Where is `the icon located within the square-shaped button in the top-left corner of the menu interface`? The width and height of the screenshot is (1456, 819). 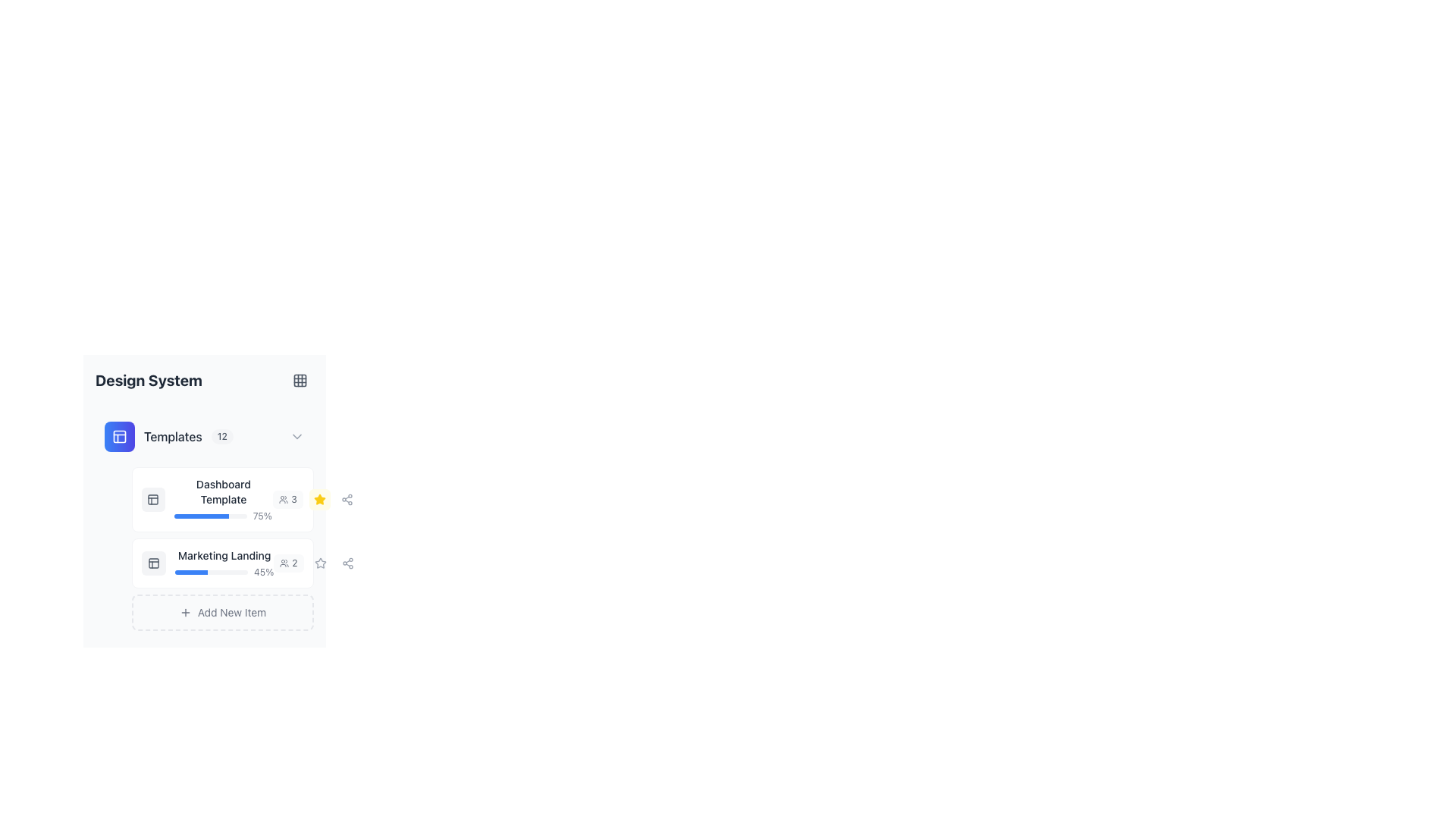
the icon located within the square-shaped button in the top-left corner of the menu interface is located at coordinates (153, 563).